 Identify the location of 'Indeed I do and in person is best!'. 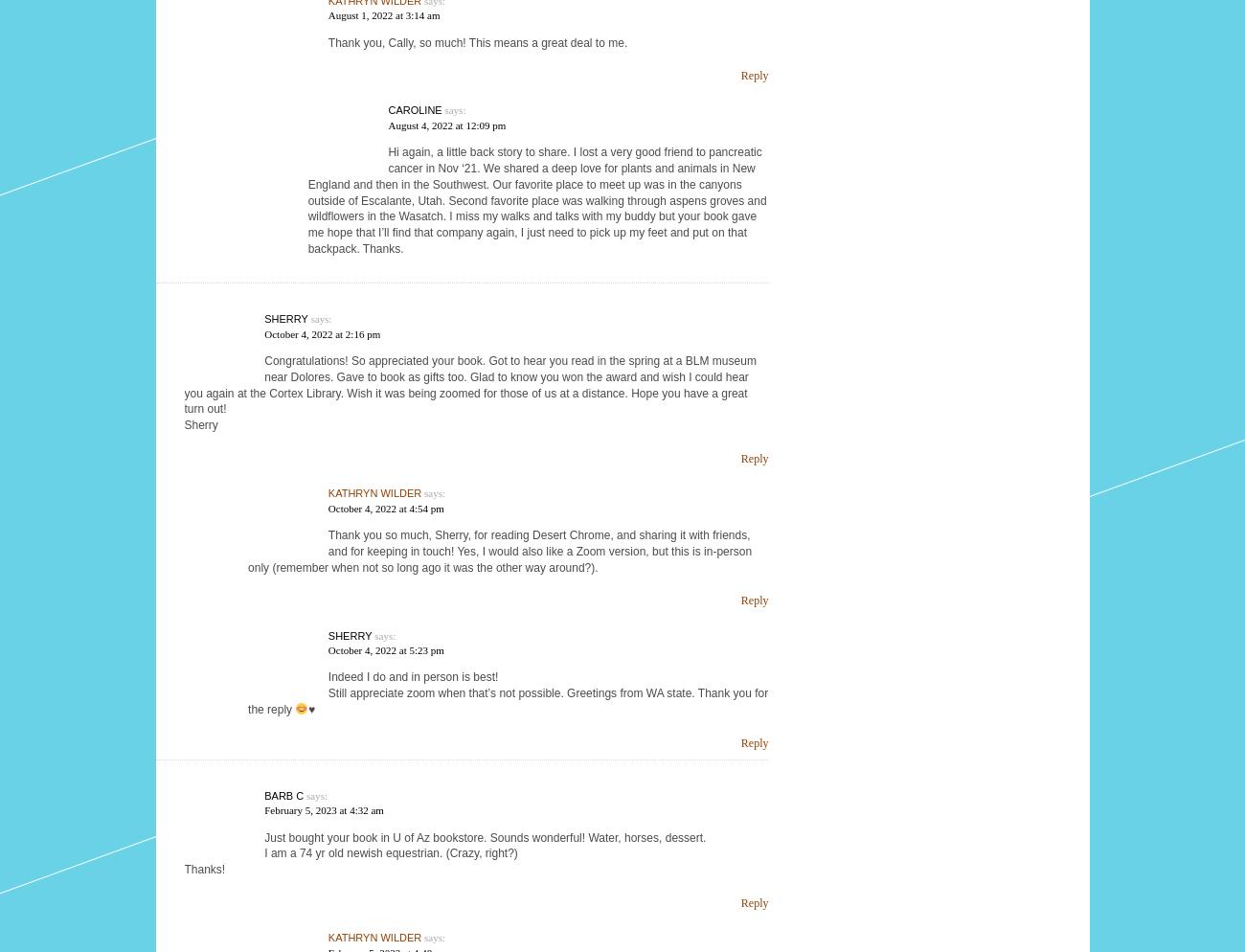
(412, 676).